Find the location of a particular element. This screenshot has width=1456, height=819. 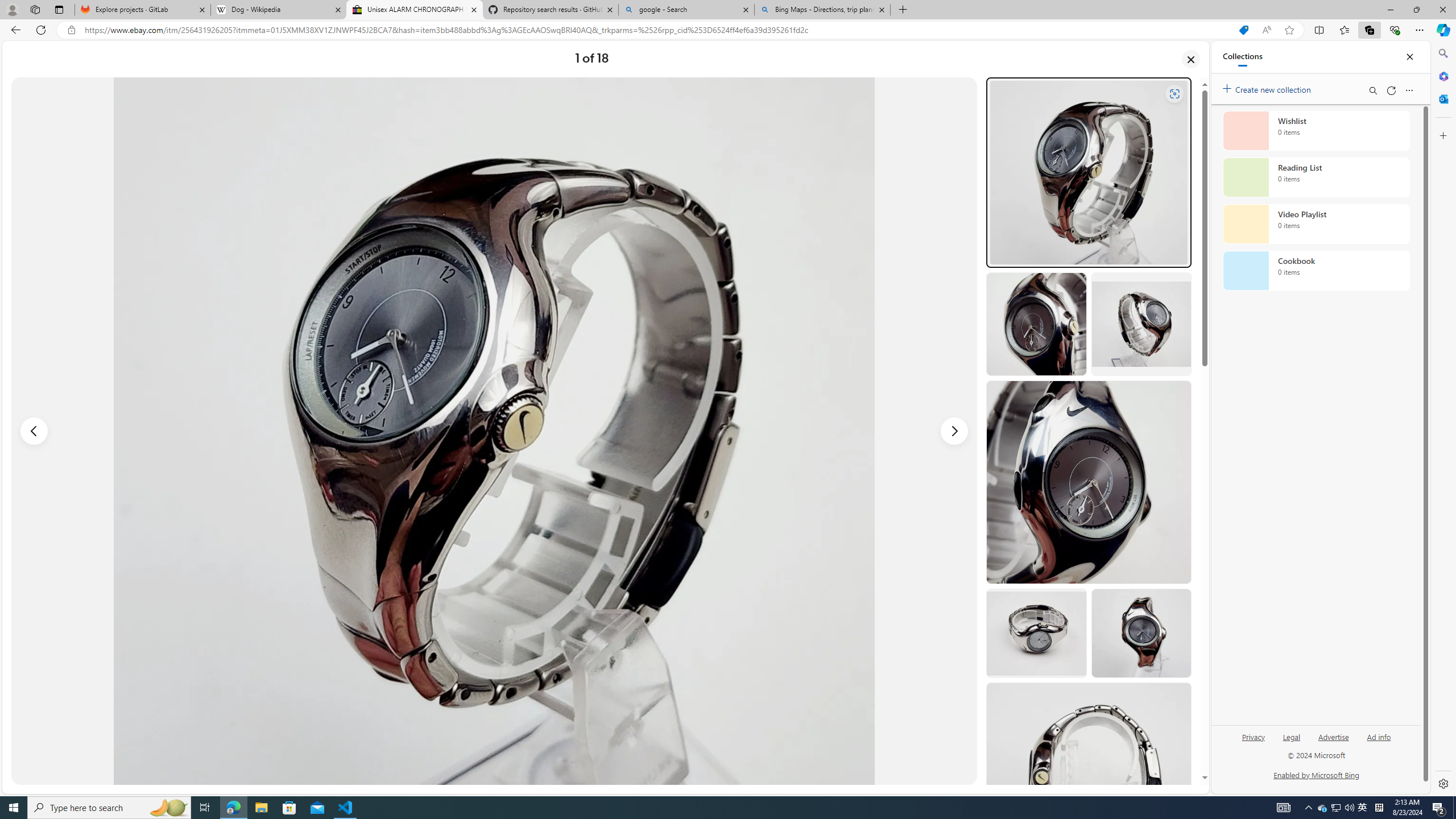

'Previous image - Item images thumbnails' is located at coordinates (34, 431).